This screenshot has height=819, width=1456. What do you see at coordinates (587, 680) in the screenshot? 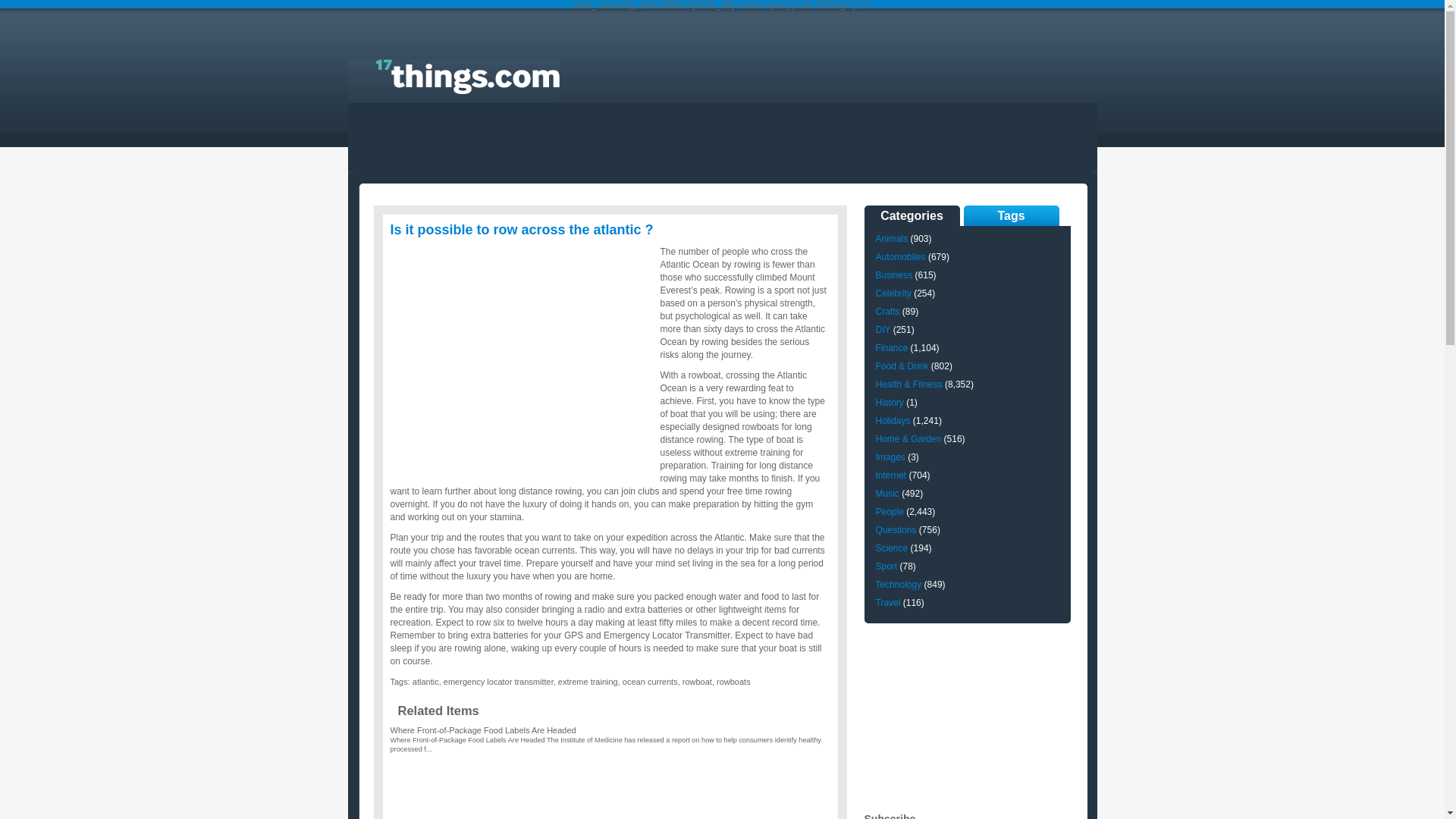
I see `'extreme training'` at bounding box center [587, 680].